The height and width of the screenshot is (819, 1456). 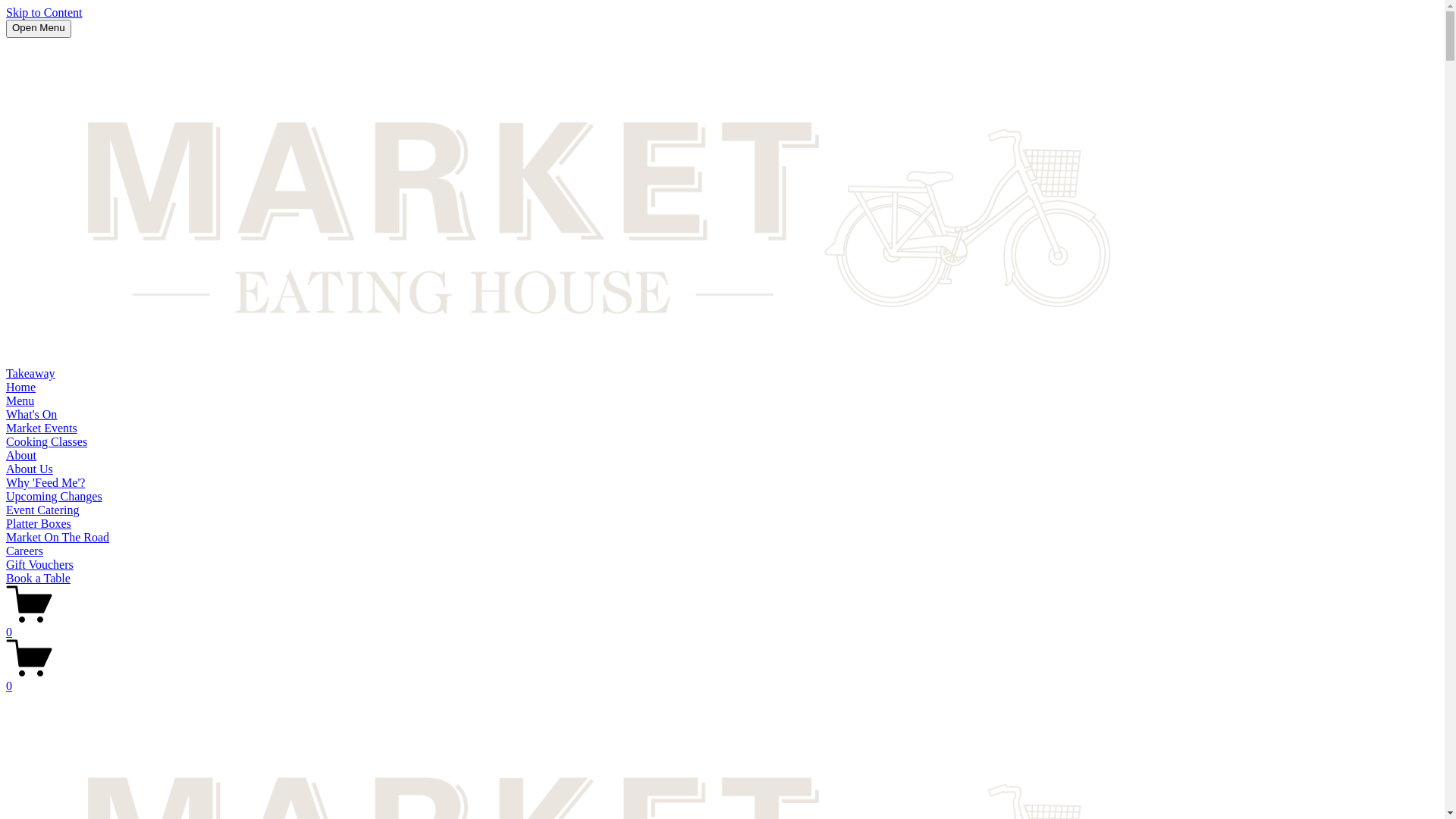 I want to click on 'Open Menu', so click(x=39, y=29).